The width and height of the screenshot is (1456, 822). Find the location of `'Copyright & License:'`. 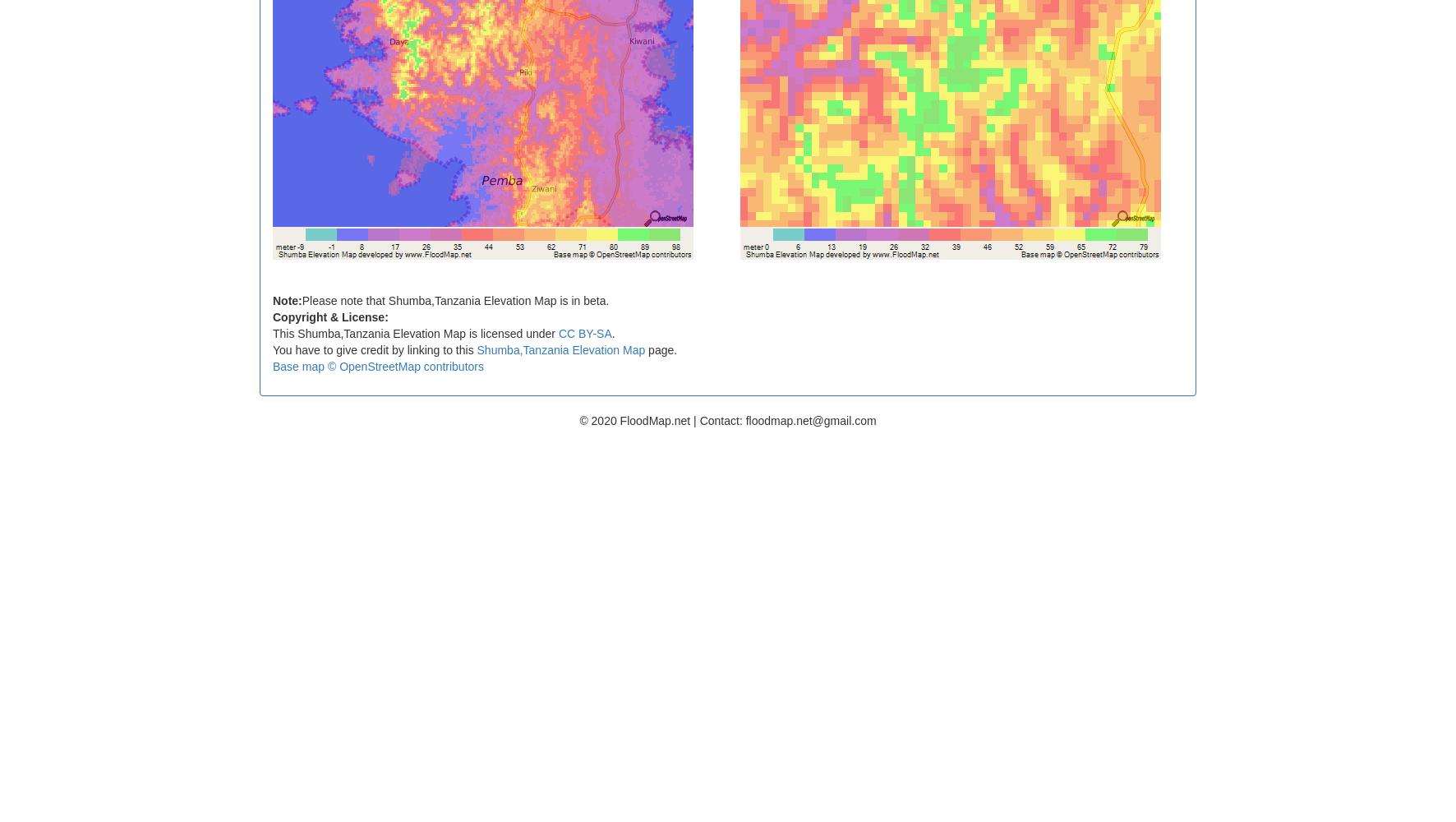

'Copyright & License:' is located at coordinates (272, 316).